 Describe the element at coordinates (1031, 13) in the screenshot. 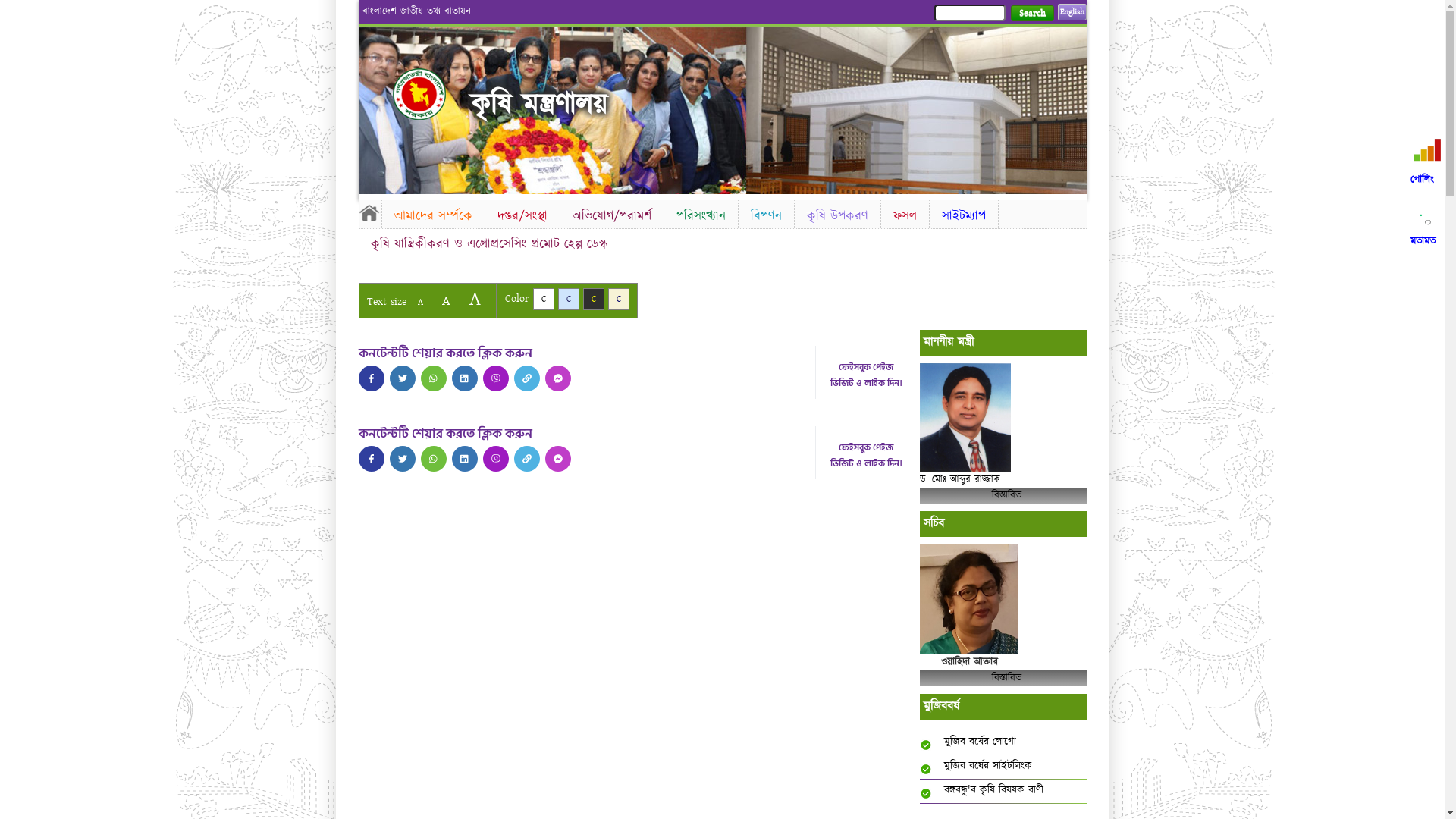

I see `'Search'` at that location.